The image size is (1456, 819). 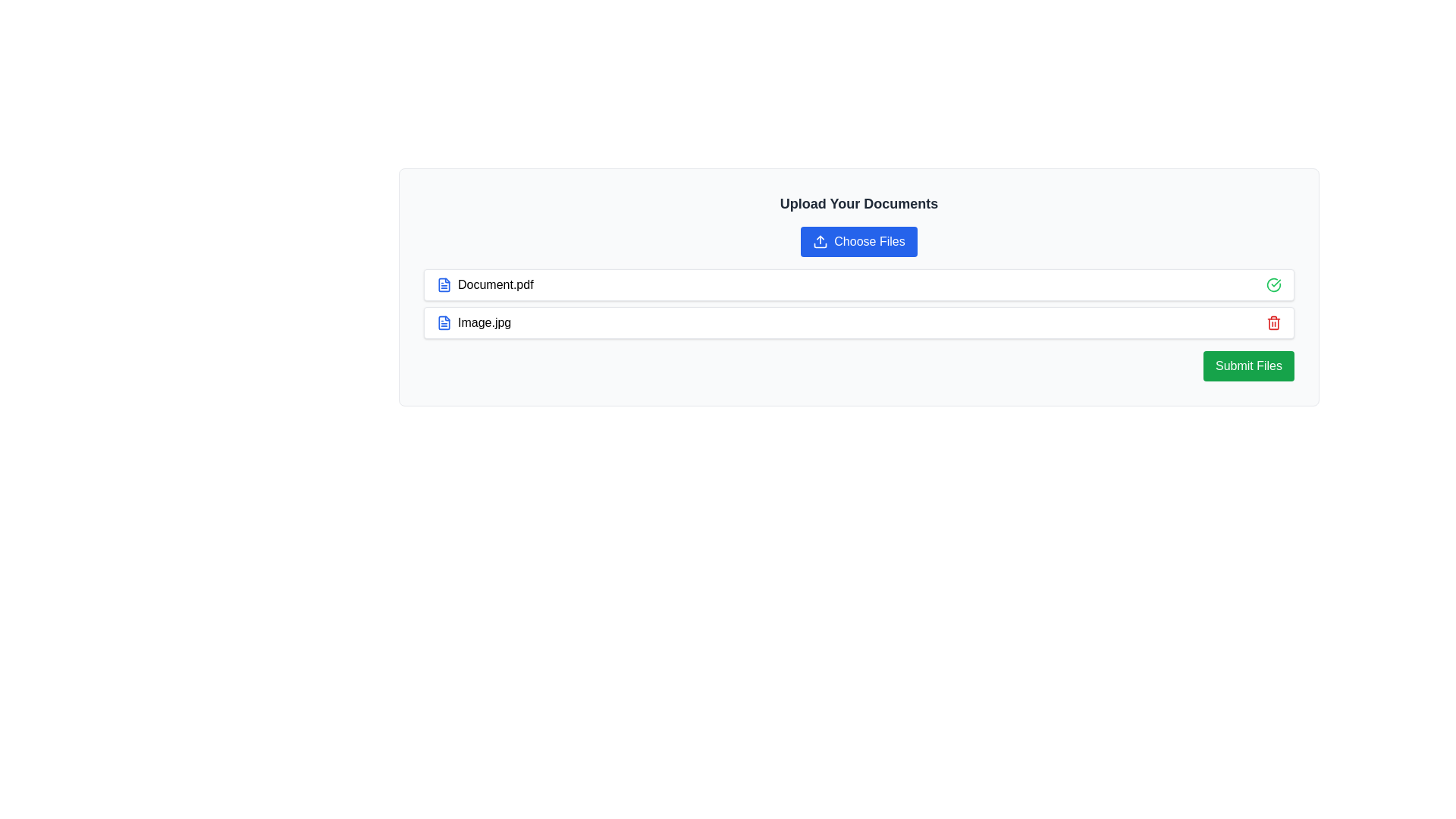 I want to click on the design of the upload icon located on the 'Choose Files' button, which is situated in the middle of the interface under the text 'Upload Your Documents.', so click(x=820, y=241).